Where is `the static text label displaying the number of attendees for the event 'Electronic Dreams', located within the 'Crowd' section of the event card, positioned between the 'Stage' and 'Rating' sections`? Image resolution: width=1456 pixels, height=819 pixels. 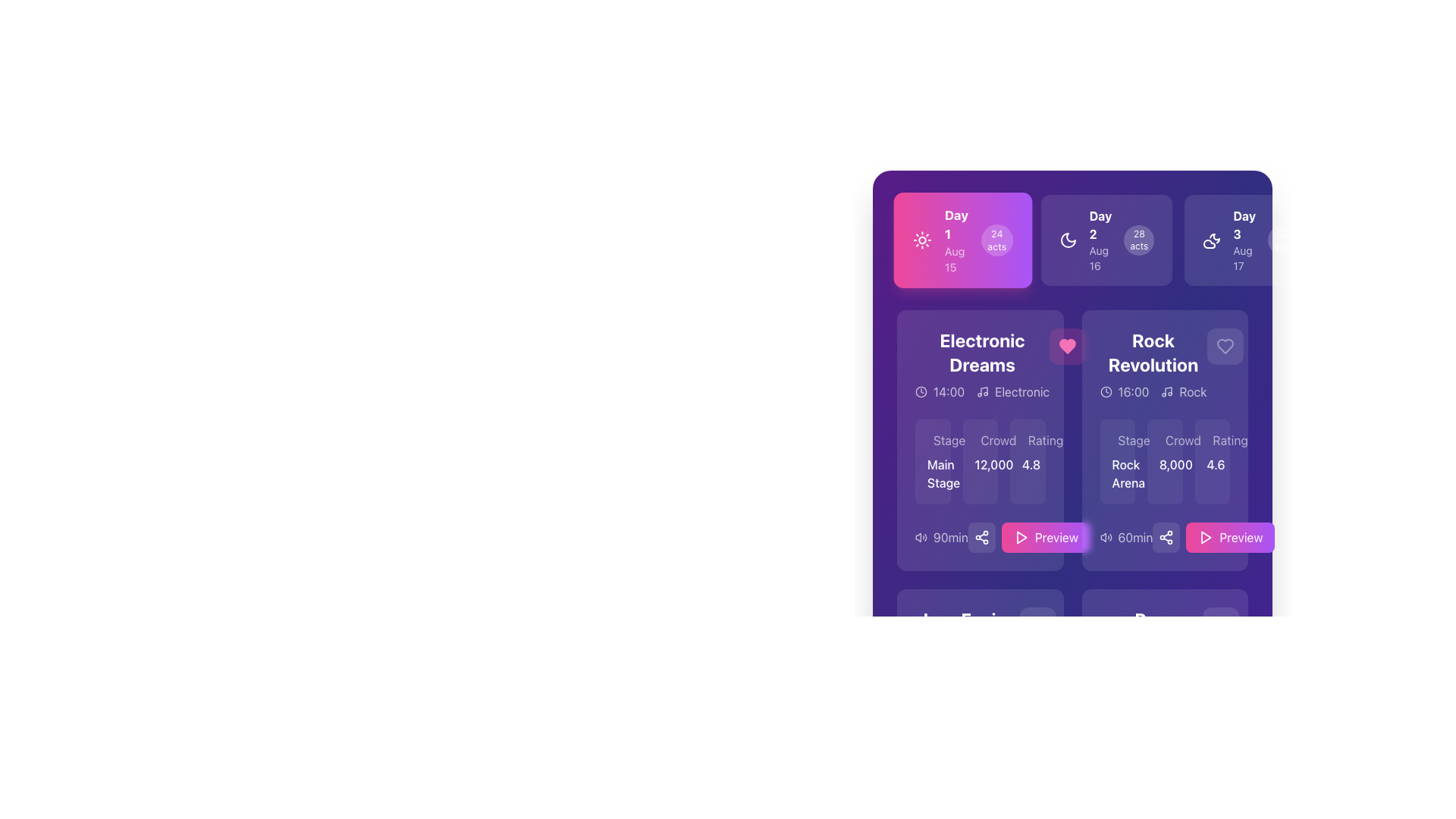 the static text label displaying the number of attendees for the event 'Electronic Dreams', located within the 'Crowd' section of the event card, positioned between the 'Stage' and 'Rating' sections is located at coordinates (980, 464).